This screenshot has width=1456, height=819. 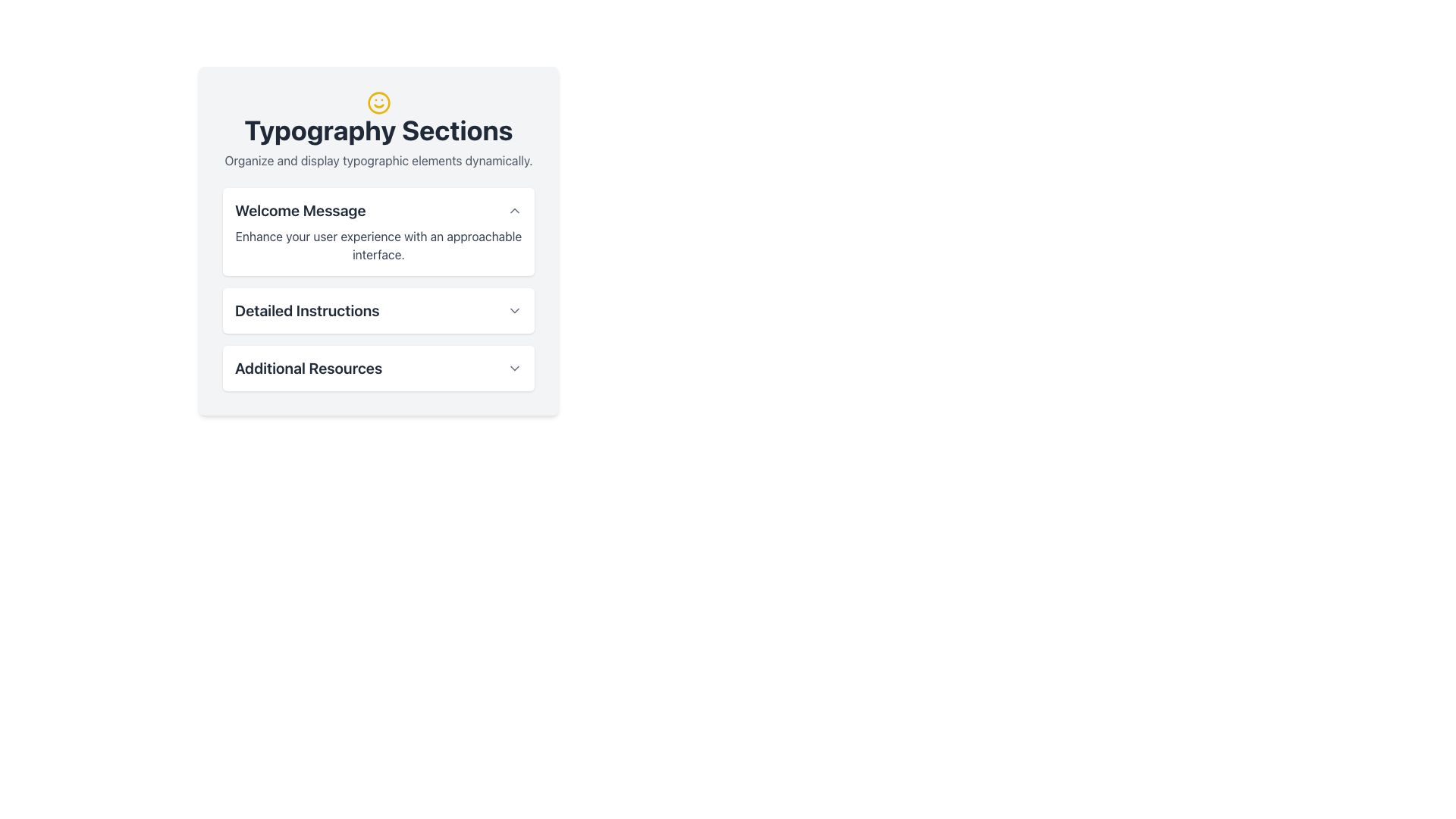 What do you see at coordinates (378, 369) in the screenshot?
I see `the 'Additional Resources' label with embedded dropdown trigger` at bounding box center [378, 369].